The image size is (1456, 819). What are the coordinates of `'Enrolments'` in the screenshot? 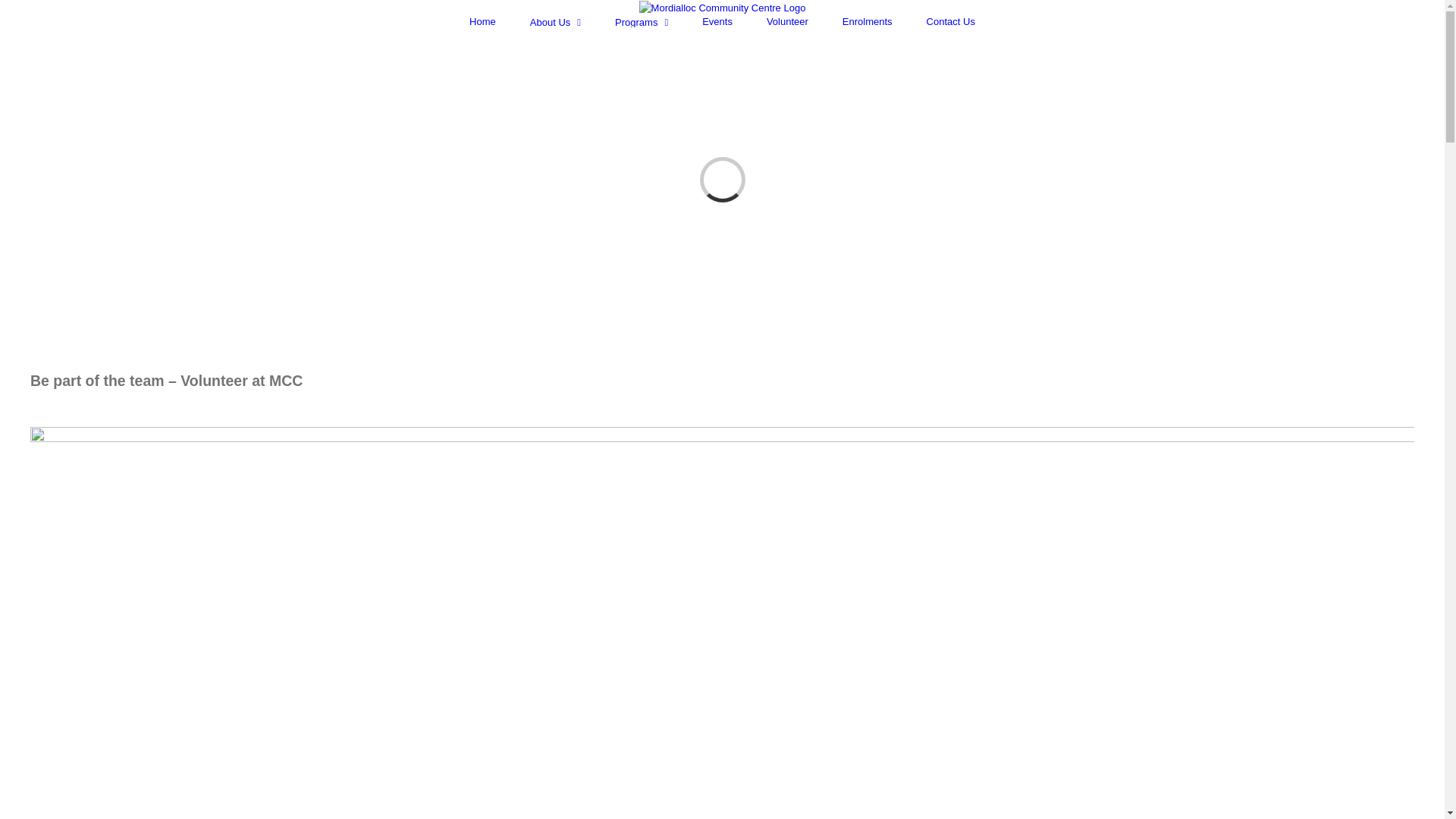 It's located at (867, 21).